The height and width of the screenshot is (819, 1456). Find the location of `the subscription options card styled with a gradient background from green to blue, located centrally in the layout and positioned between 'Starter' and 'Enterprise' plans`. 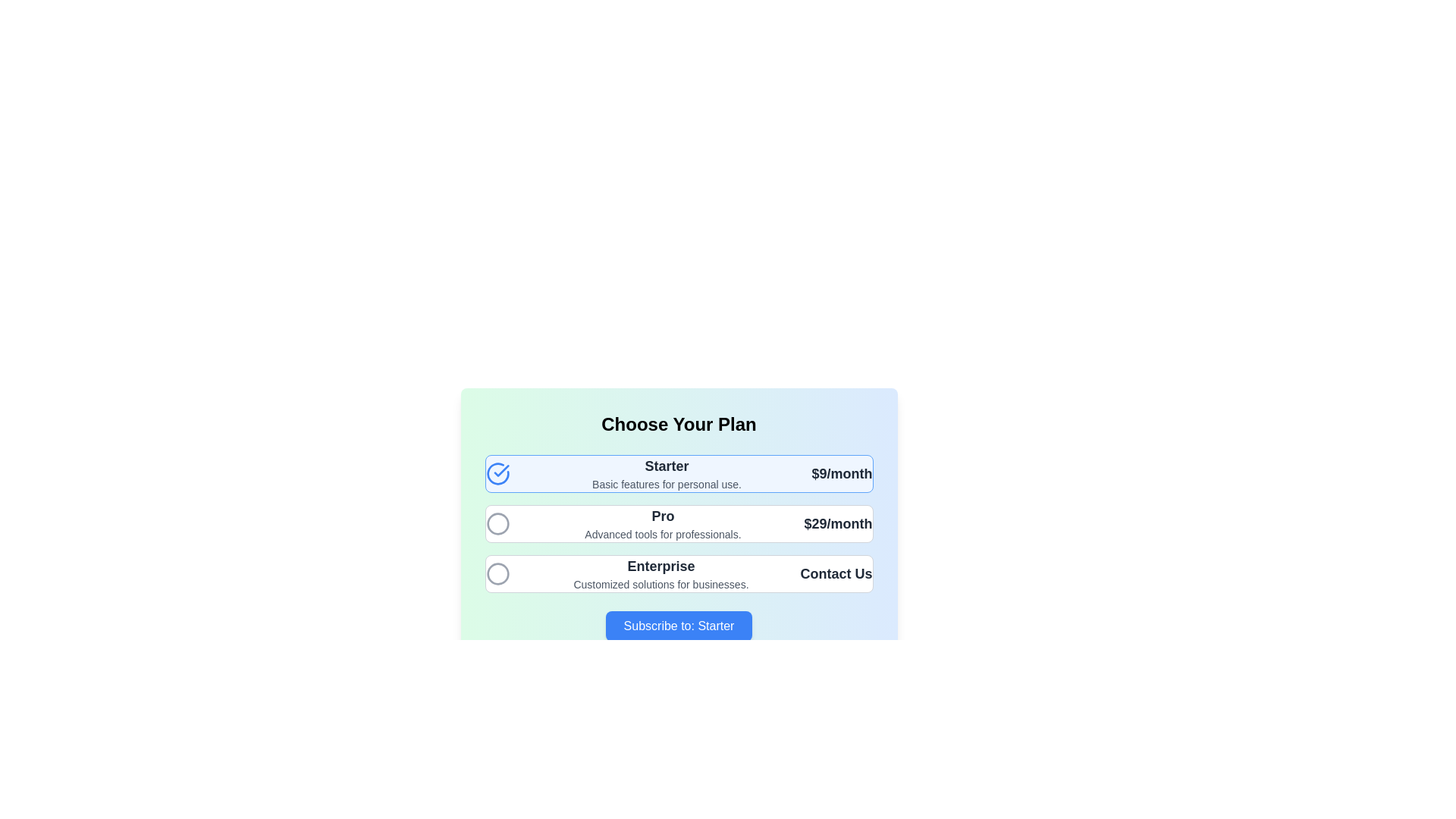

the subscription options card styled with a gradient background from green to blue, located centrally in the layout and positioned between 'Starter' and 'Enterprise' plans is located at coordinates (678, 526).